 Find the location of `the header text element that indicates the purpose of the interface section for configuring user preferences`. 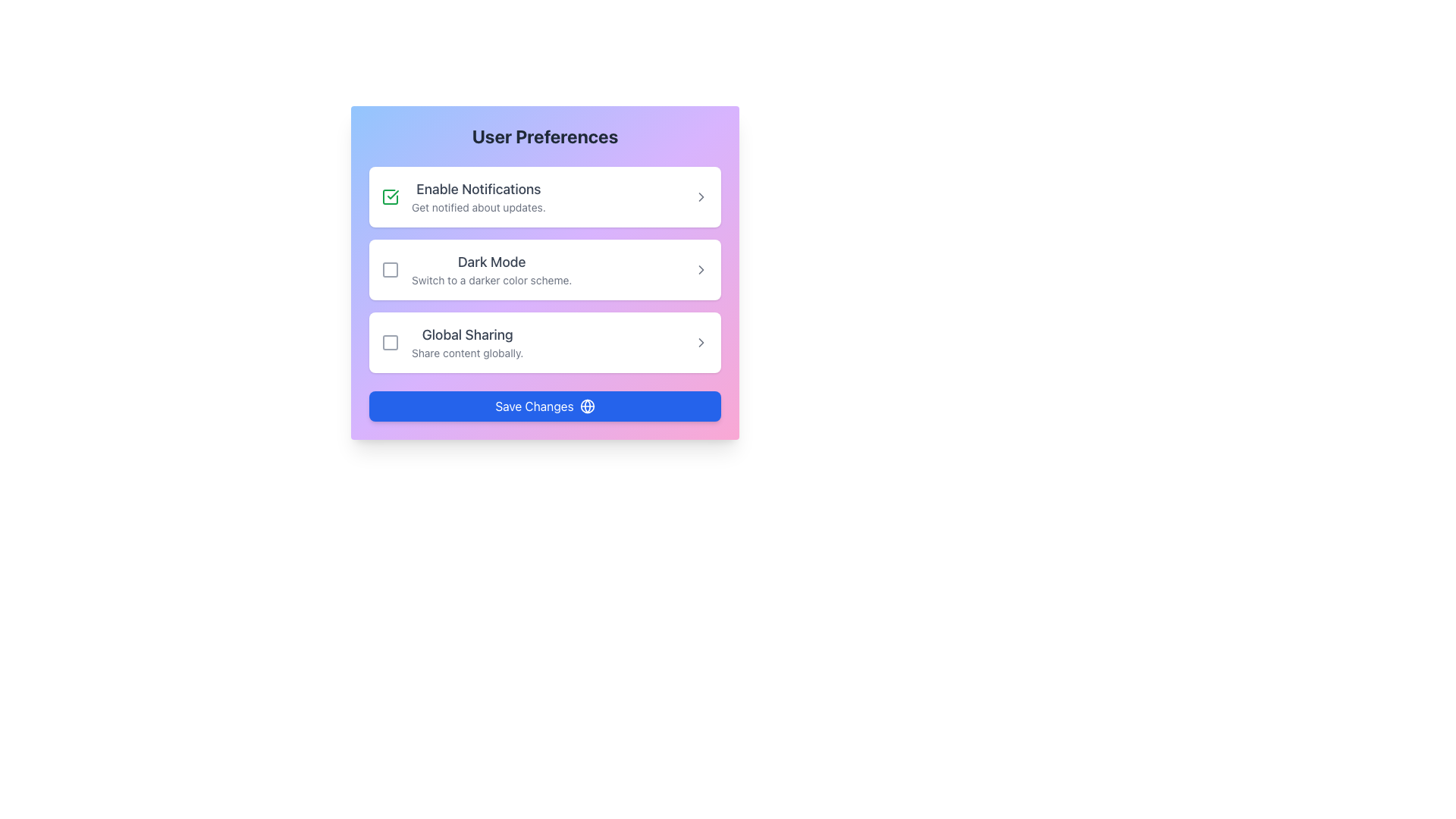

the header text element that indicates the purpose of the interface section for configuring user preferences is located at coordinates (545, 136).